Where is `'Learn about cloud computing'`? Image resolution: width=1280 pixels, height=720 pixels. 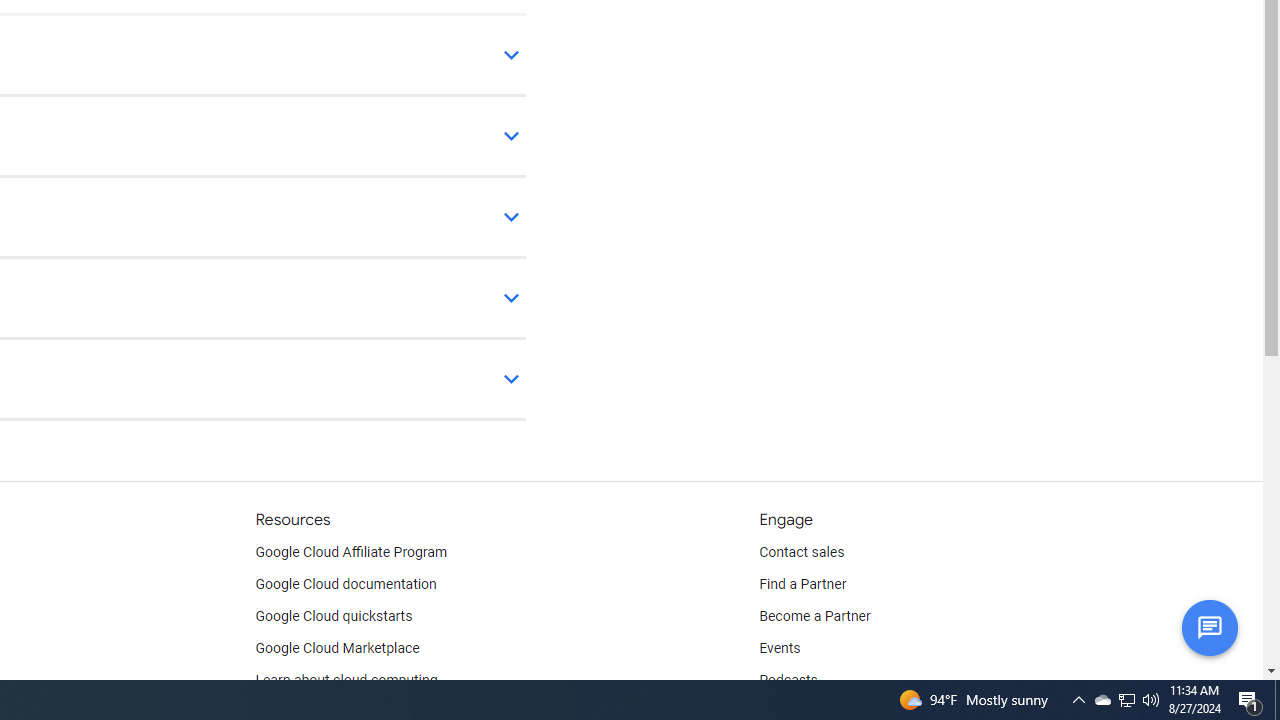 'Learn about cloud computing' is located at coordinates (346, 680).